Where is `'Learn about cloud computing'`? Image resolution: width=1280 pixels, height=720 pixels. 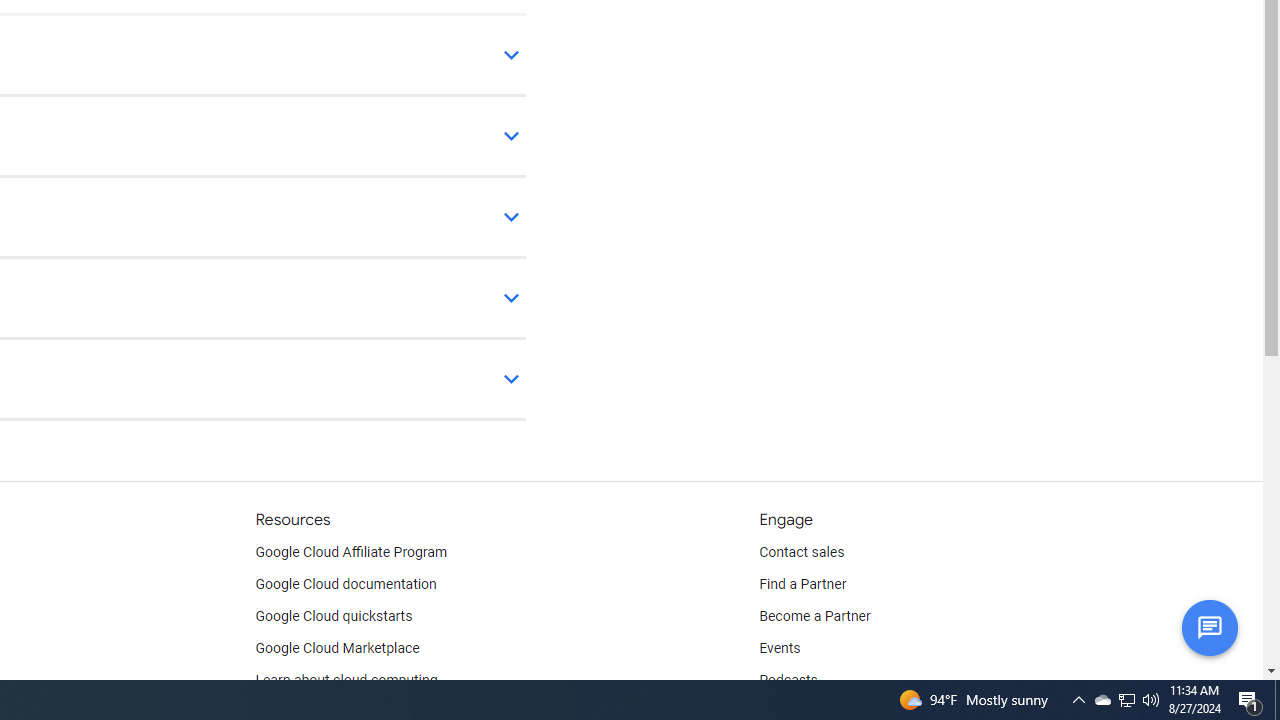 'Learn about cloud computing' is located at coordinates (346, 680).